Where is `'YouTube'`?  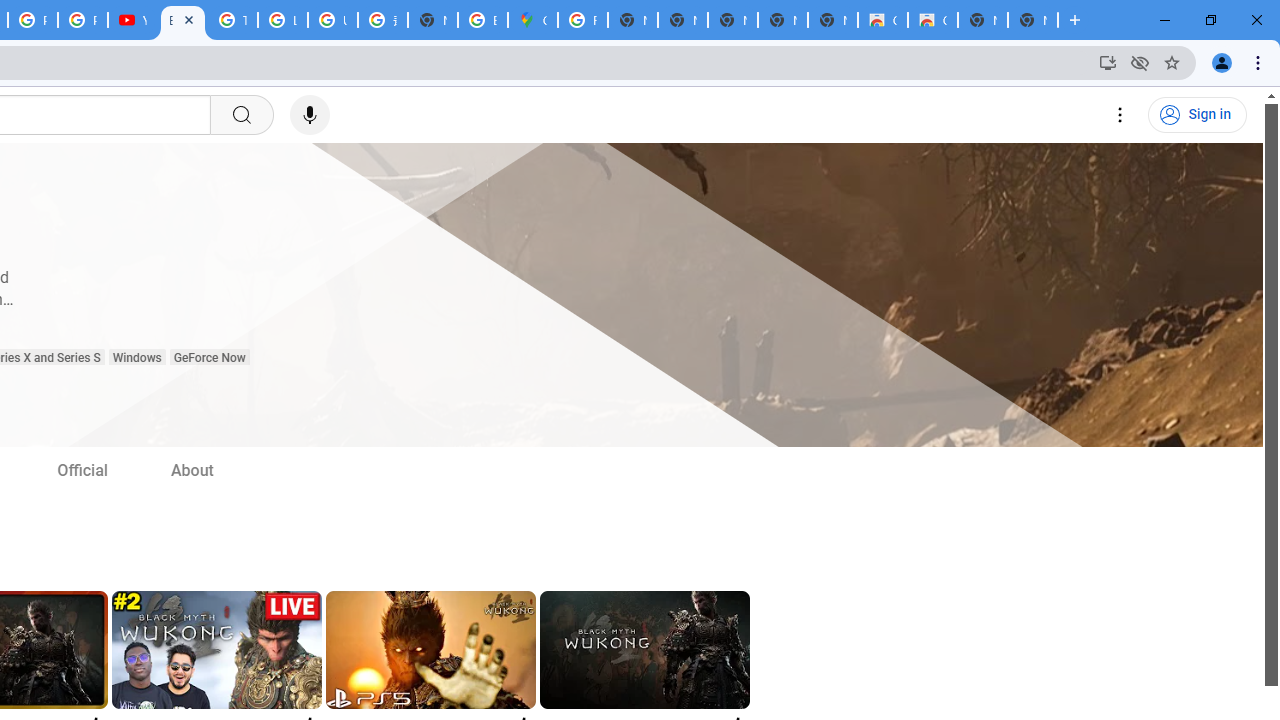 'YouTube' is located at coordinates (131, 20).